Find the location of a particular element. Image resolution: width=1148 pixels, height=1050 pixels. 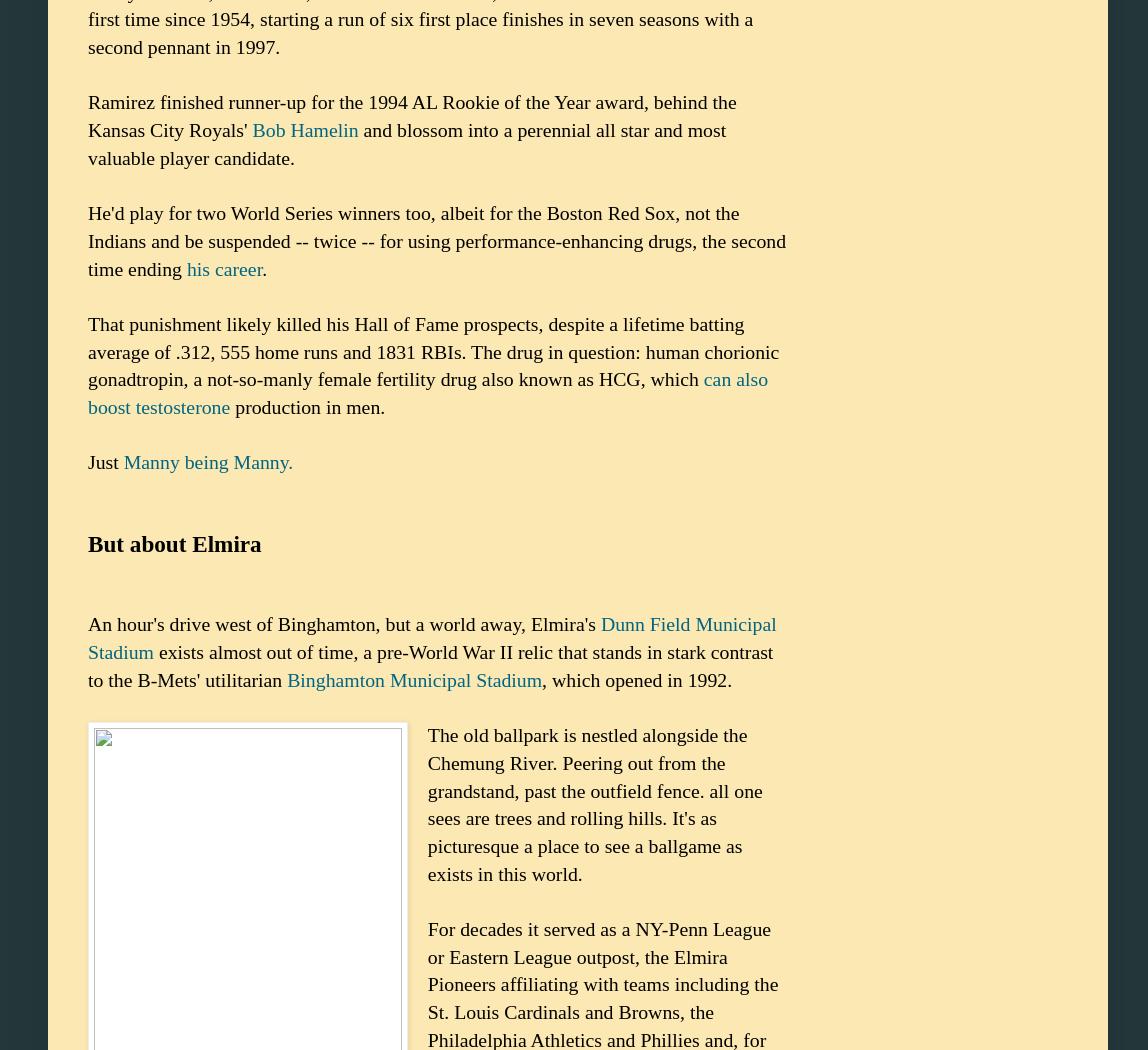

'The old ballpark is nestled alongside the Chemung River. Peering out from the grandstand, past the outfield fence. all one sees are trees and rolling hills. It's as picturesque a place to see a ballgame as exists in this world.' is located at coordinates (427, 802).